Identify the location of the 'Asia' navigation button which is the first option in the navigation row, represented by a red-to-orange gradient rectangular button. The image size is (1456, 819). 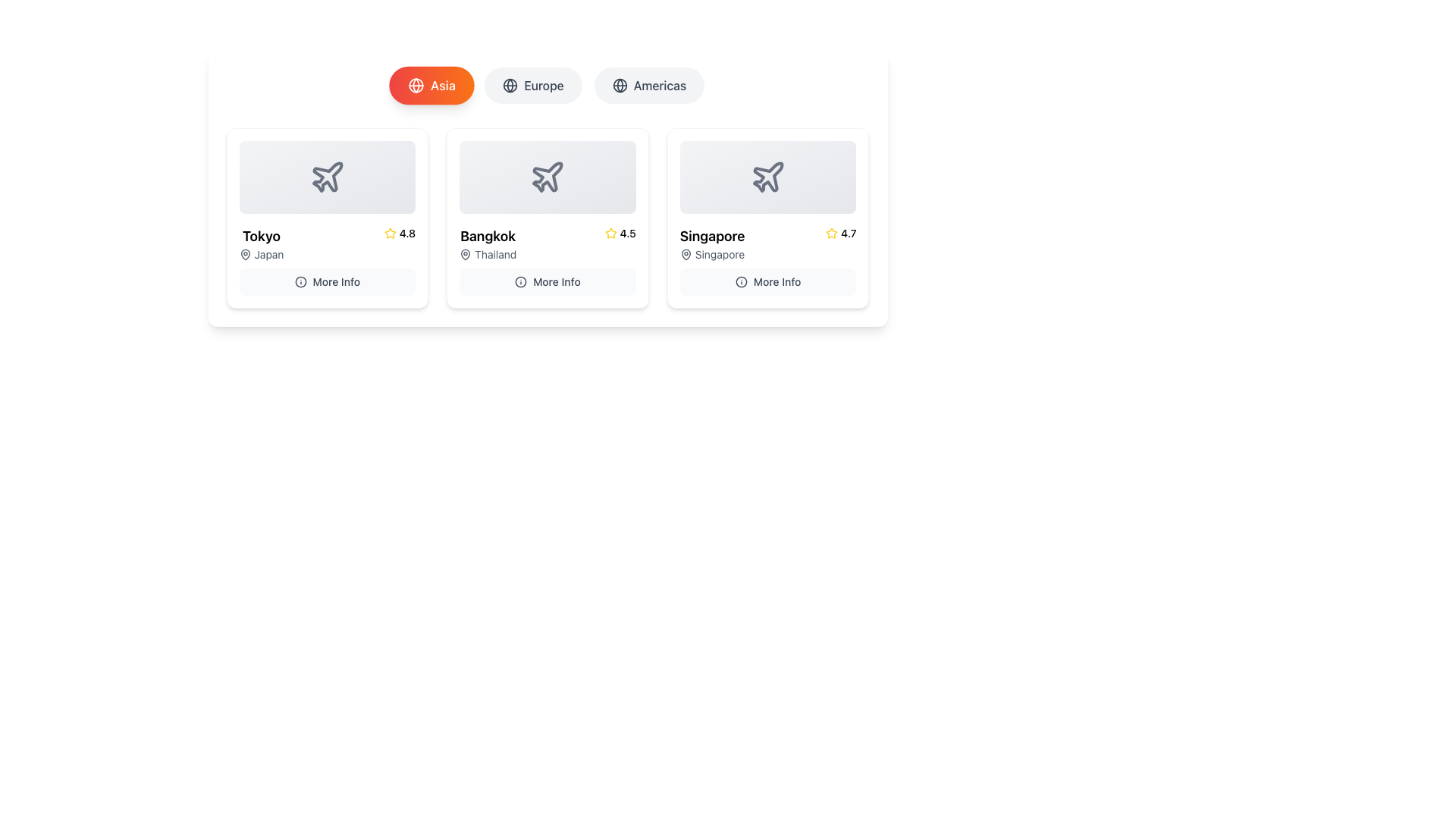
(442, 85).